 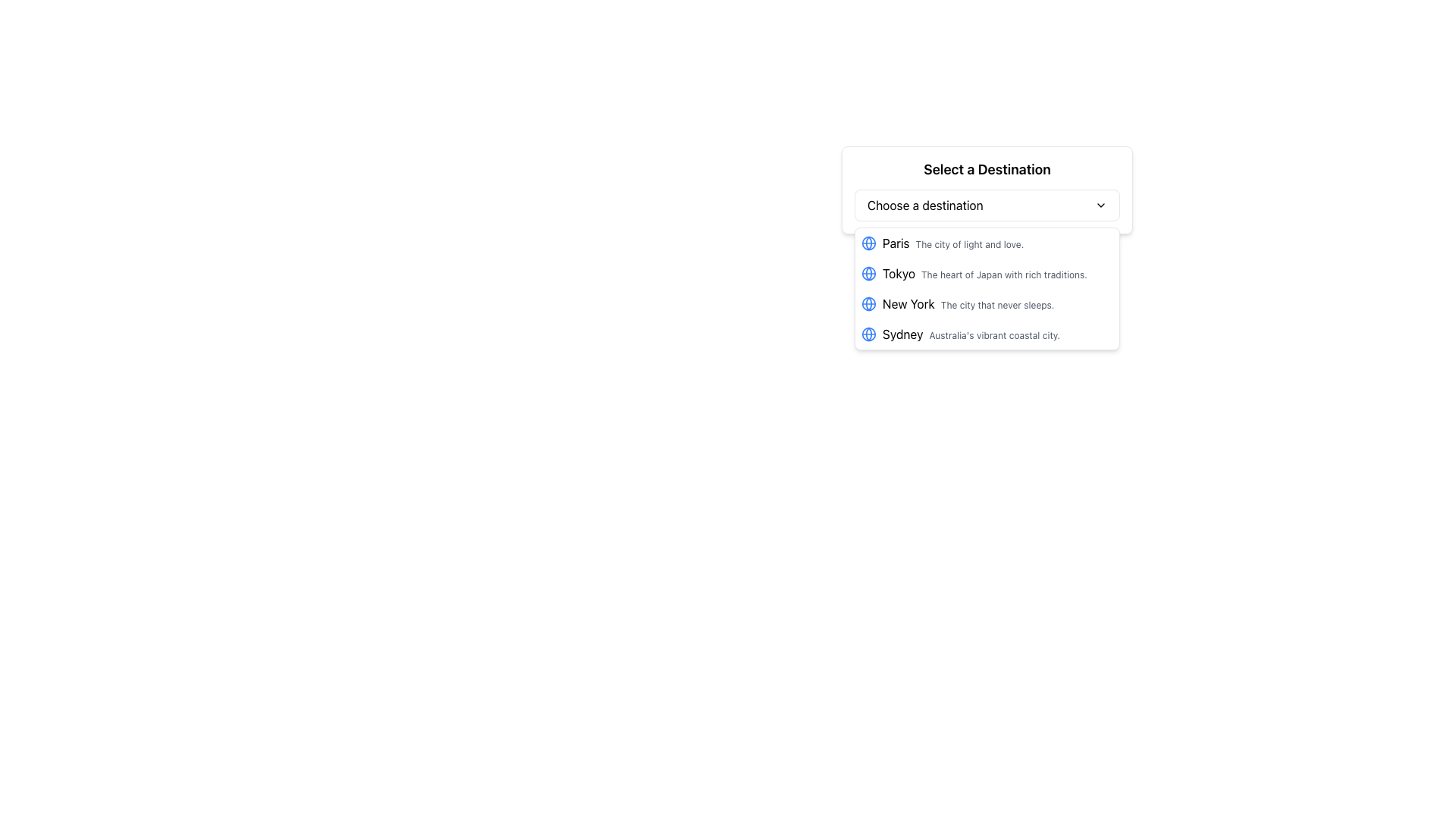 What do you see at coordinates (971, 333) in the screenshot?
I see `the text label option that reads 'Sydney Australia's vibrant coastal city.' in the dropdown menu under 'Choose a destination'` at bounding box center [971, 333].